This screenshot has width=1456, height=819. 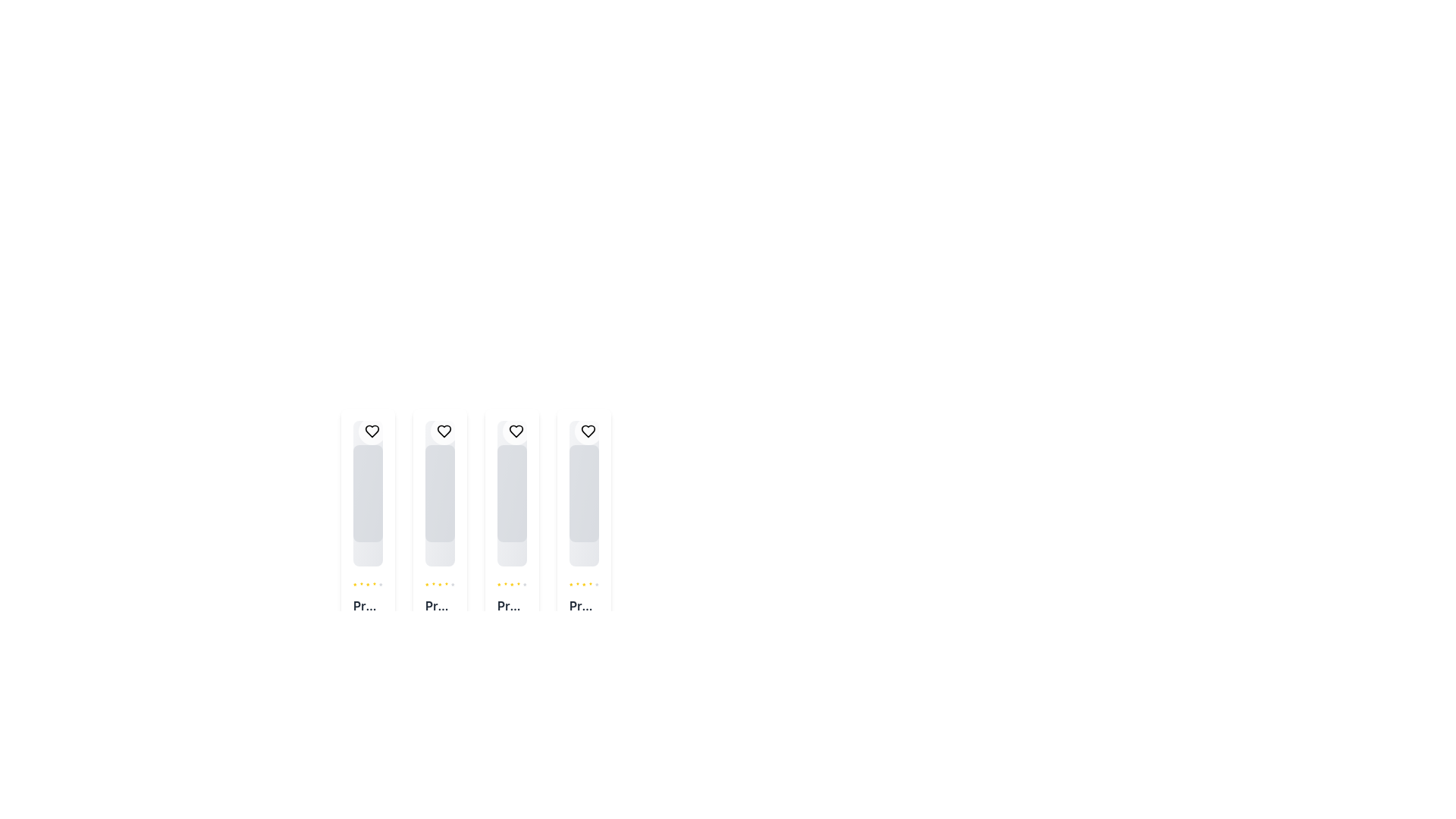 What do you see at coordinates (432, 584) in the screenshot?
I see `the visual state of the third star icon in the rating group, which indicates a rating value of three out of five stars, located at the bottom of the product card interface` at bounding box center [432, 584].